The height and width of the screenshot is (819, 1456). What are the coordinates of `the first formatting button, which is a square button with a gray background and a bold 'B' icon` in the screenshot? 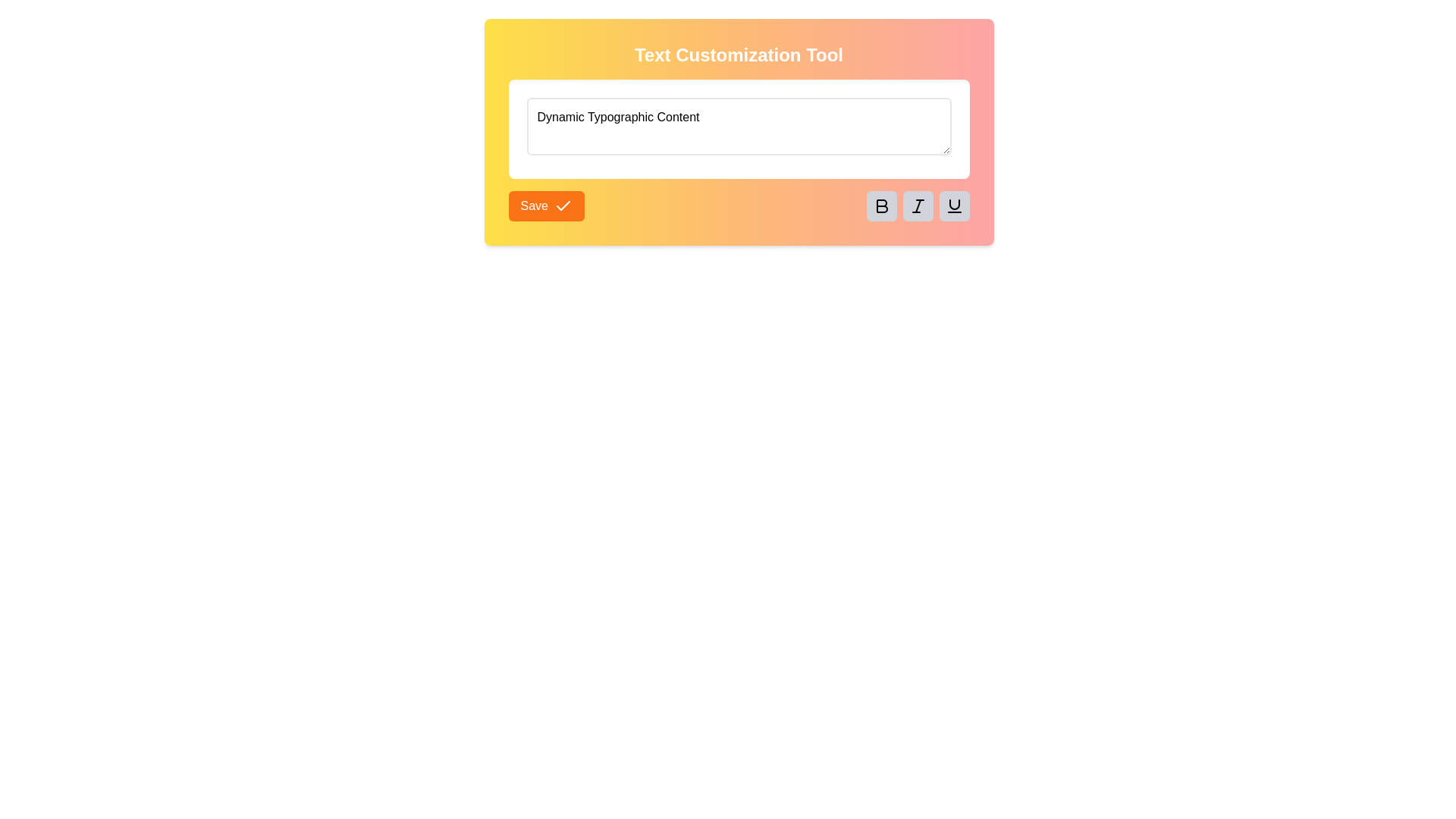 It's located at (881, 206).